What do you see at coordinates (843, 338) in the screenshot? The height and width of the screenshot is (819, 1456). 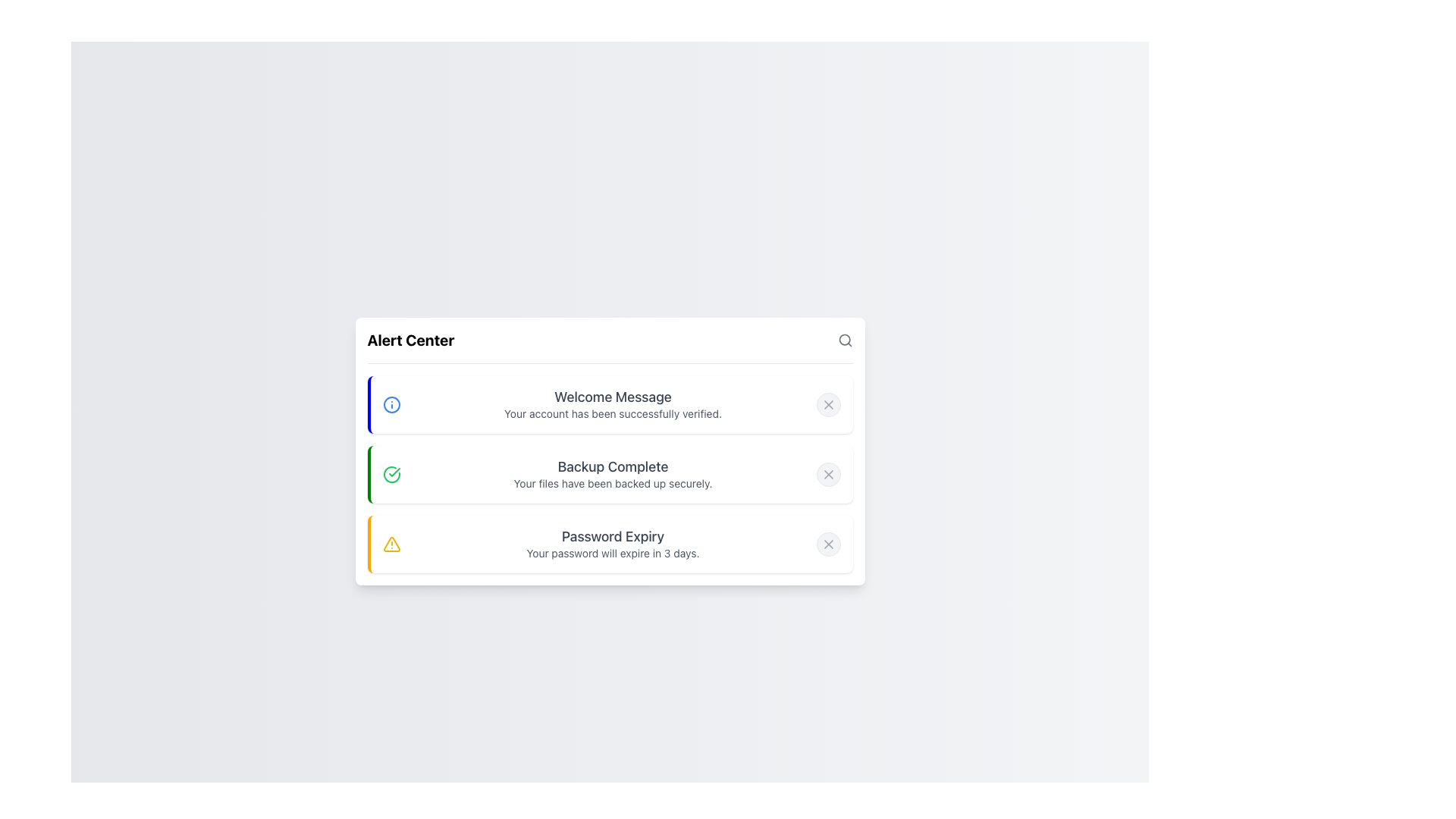 I see `the circular part of the search icon, which represents the magnifying lens for the search functionality, located at the top-right corner of the 'Alert Center' card` at bounding box center [843, 338].